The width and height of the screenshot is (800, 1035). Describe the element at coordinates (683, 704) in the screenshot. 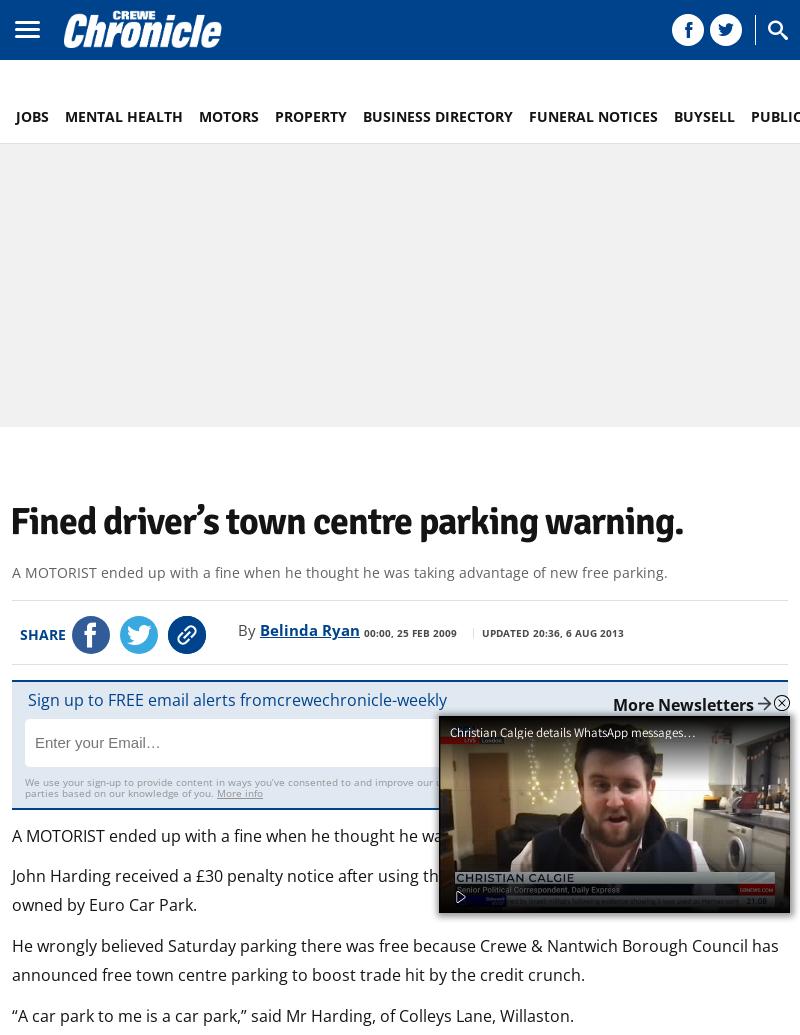

I see `'More Newsletters'` at that location.